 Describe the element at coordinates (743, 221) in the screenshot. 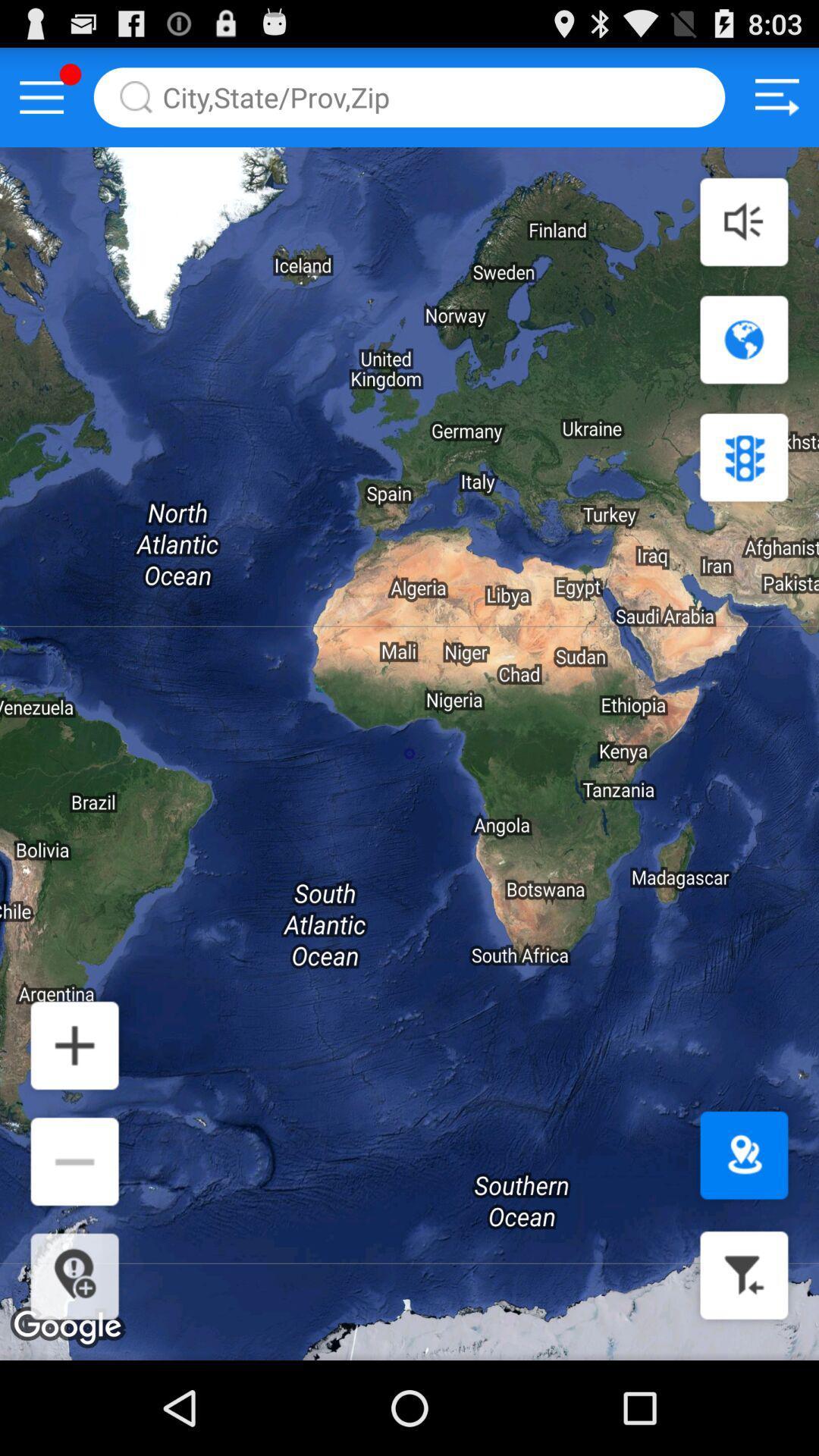

I see `audio` at that location.